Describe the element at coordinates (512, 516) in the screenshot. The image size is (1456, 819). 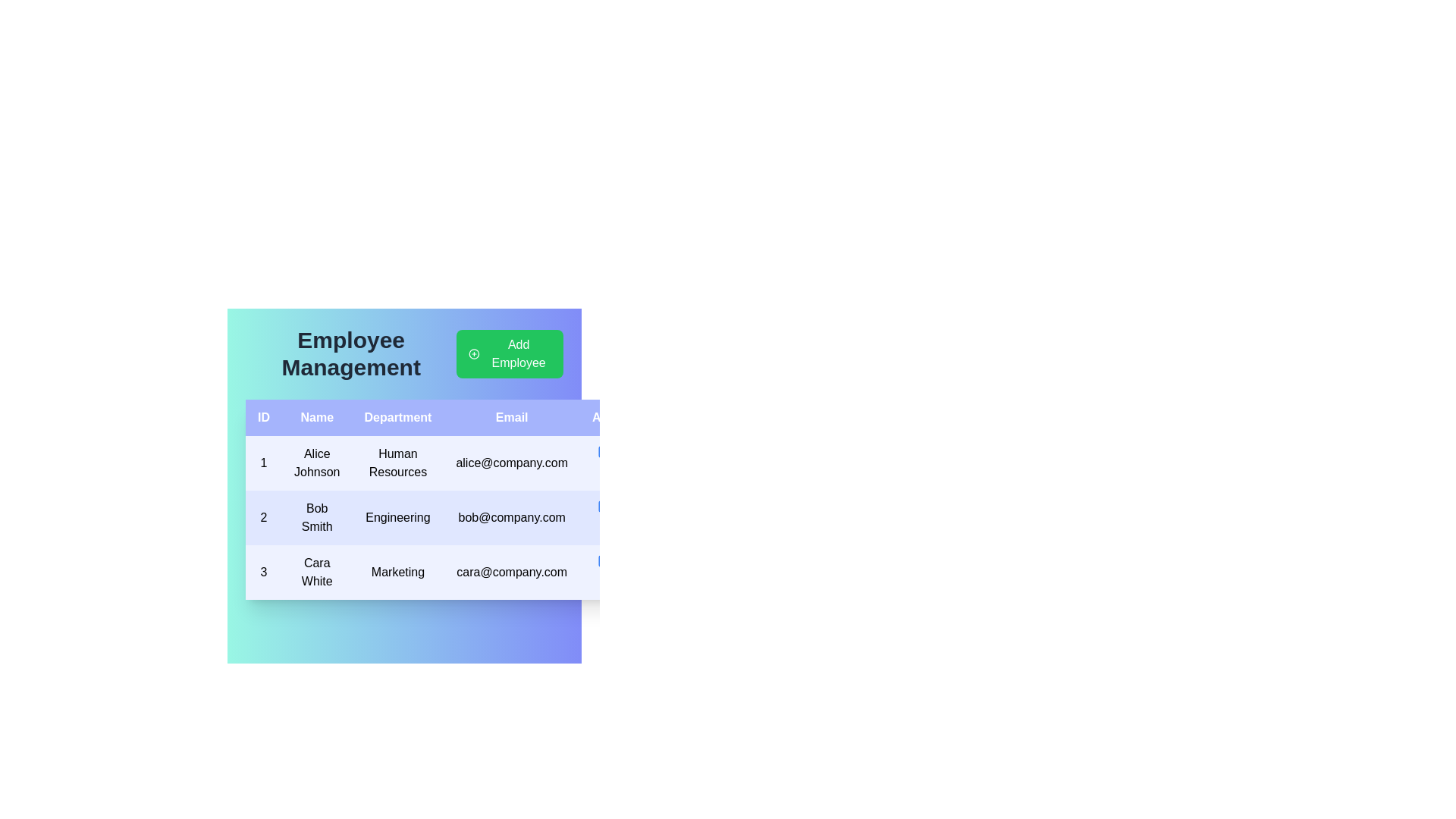
I see `the static text label displaying the email address 'bob@company.com' located in the fourth column of the second row of the table under the 'Email' header` at that location.